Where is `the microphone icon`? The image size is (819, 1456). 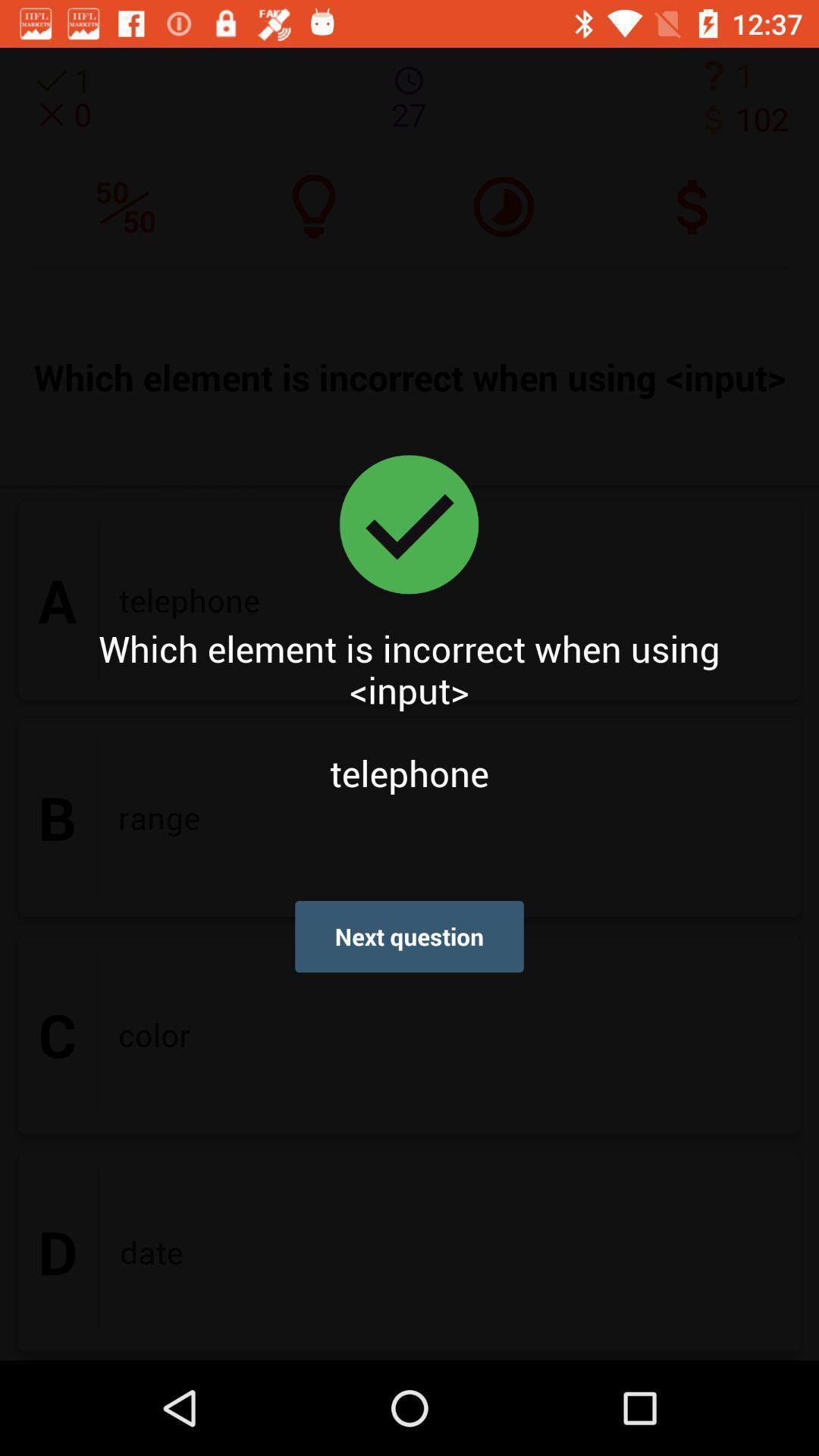 the microphone icon is located at coordinates (313, 206).